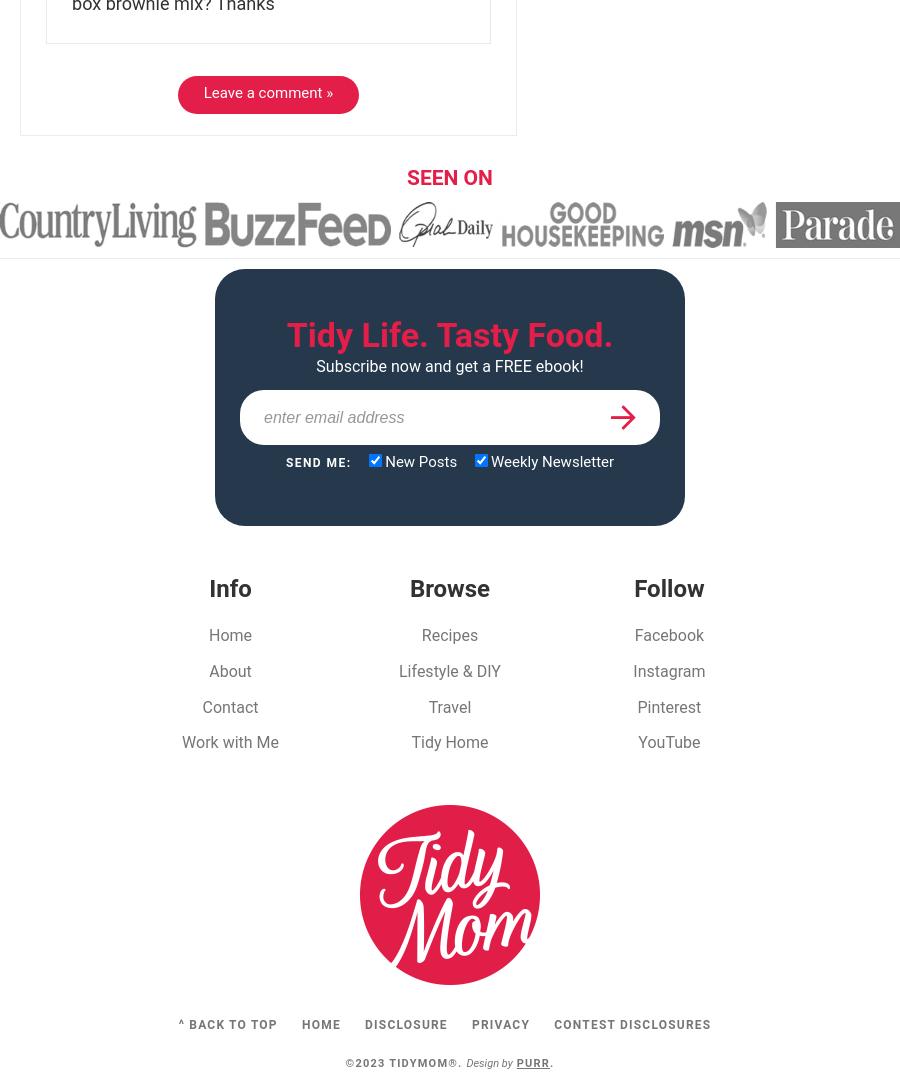 Image resolution: width=900 pixels, height=1072 pixels. What do you see at coordinates (405, 1023) in the screenshot?
I see `'Disclosure'` at bounding box center [405, 1023].